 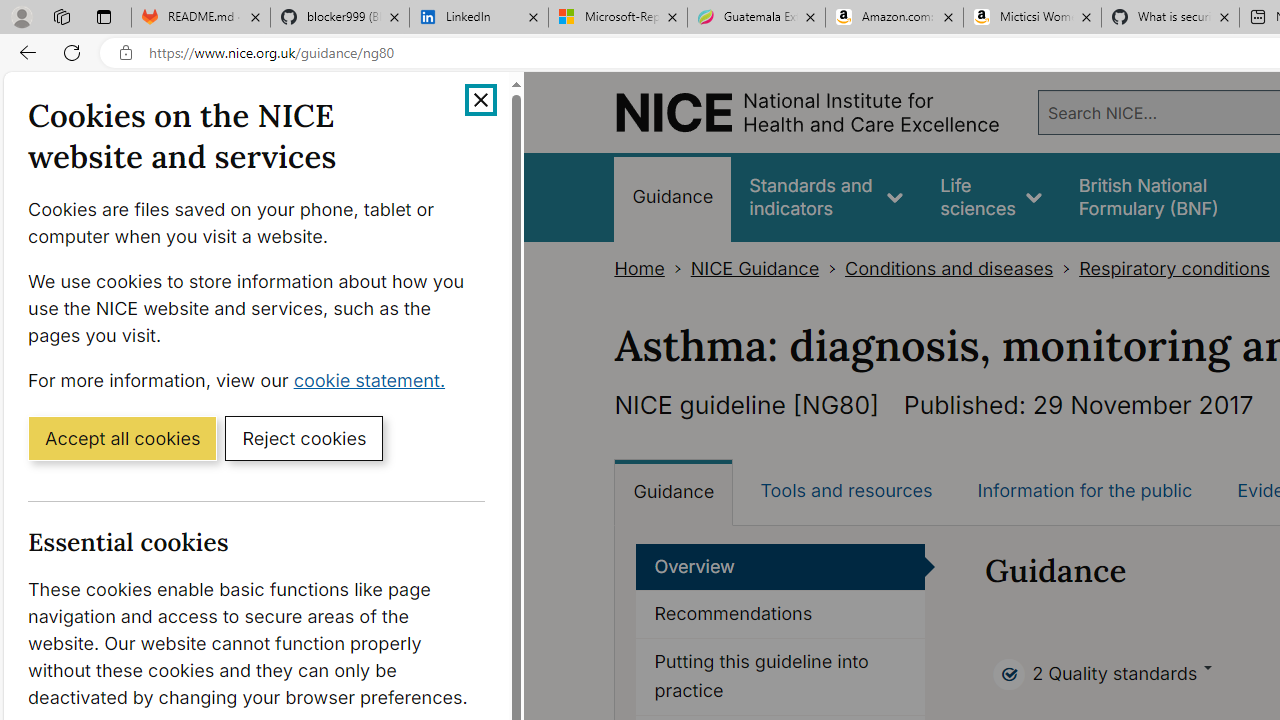 What do you see at coordinates (767, 268) in the screenshot?
I see `'NICE Guidance>'` at bounding box center [767, 268].